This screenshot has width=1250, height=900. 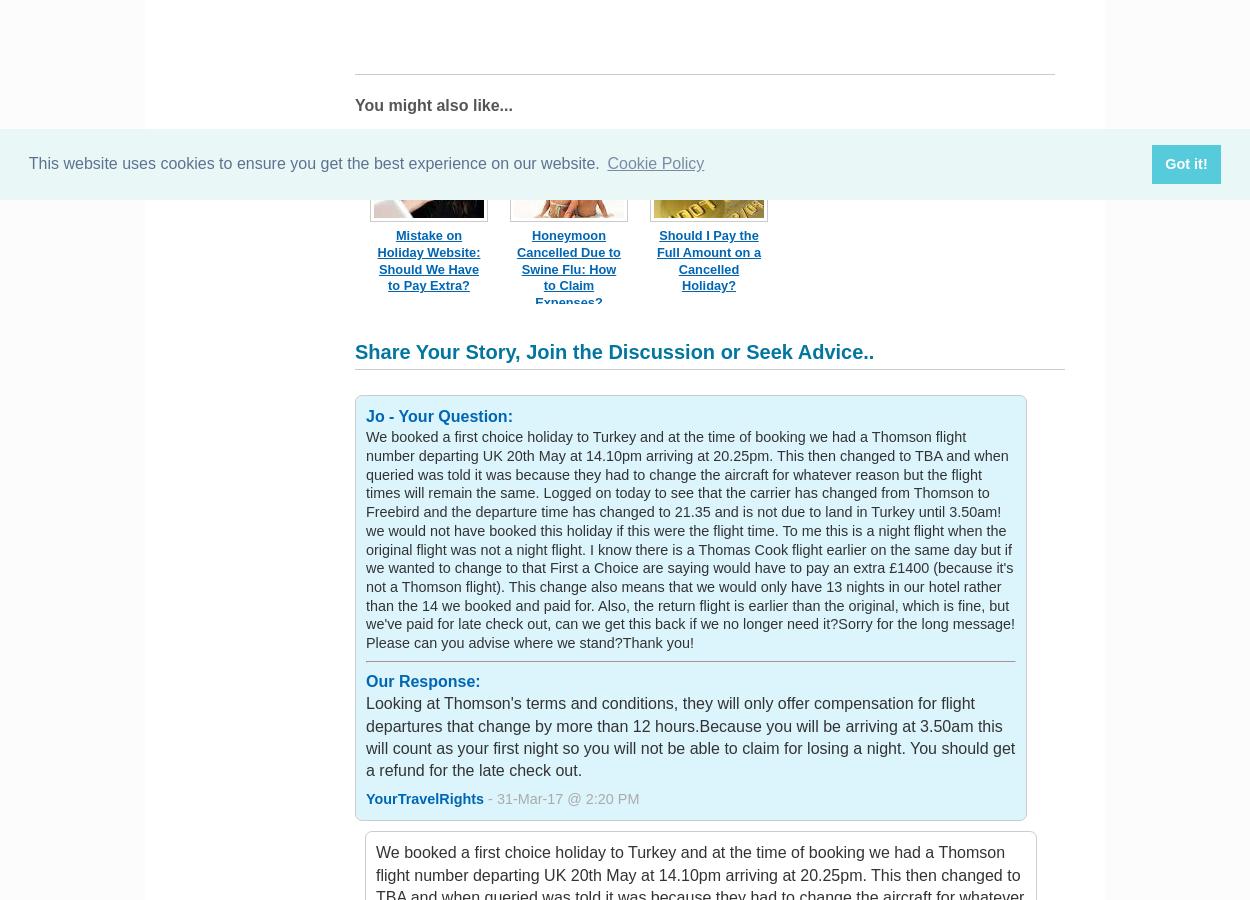 I want to click on 'Share Your Story, Join the Discussion or Seek Advice..', so click(x=613, y=351).